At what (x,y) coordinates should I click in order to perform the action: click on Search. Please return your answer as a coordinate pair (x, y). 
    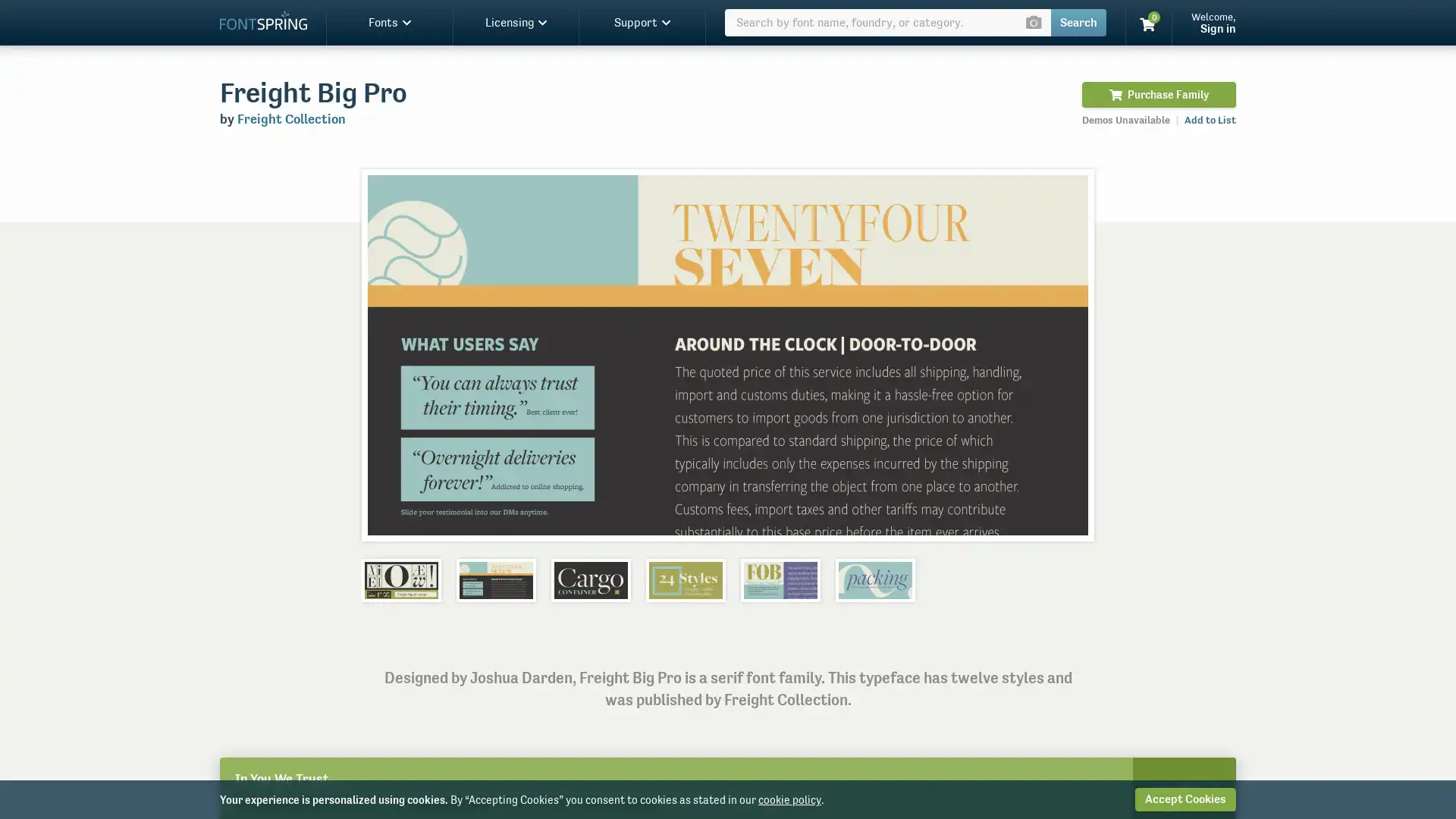
    Looking at the image, I should click on (1078, 23).